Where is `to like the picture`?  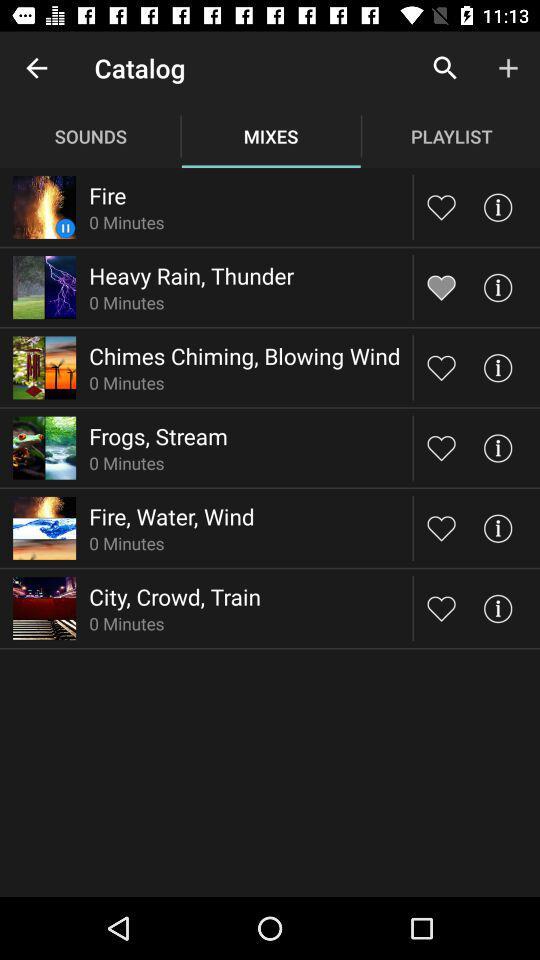 to like the picture is located at coordinates (441, 527).